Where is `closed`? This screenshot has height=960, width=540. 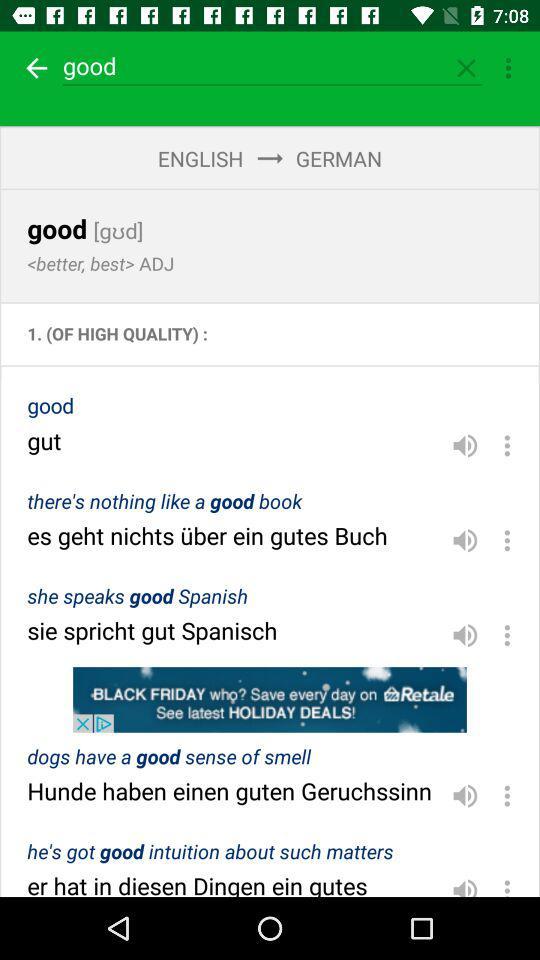 closed is located at coordinates (466, 68).